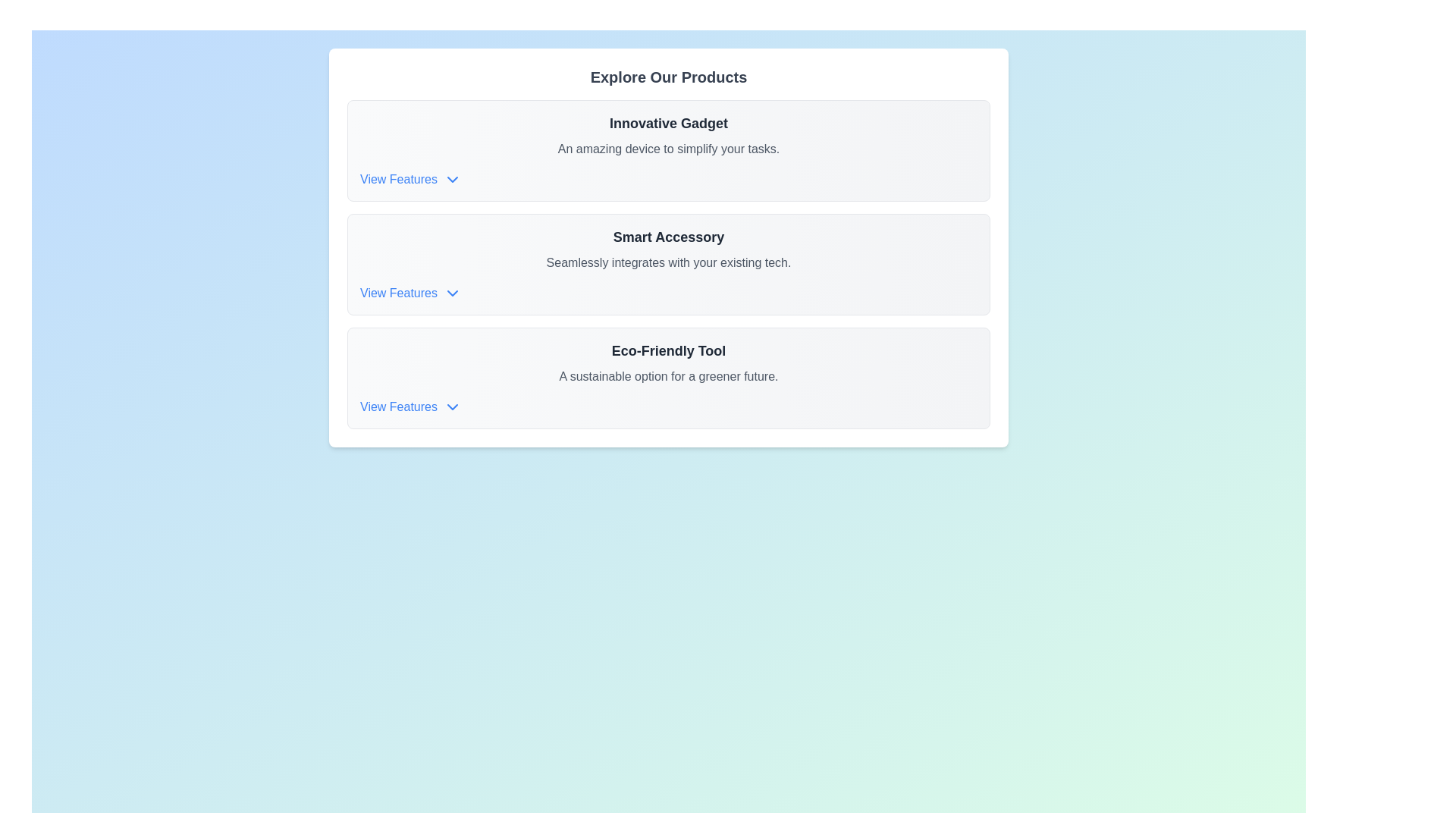 The image size is (1456, 819). I want to click on the downward-facing chevron icon located, so click(451, 178).